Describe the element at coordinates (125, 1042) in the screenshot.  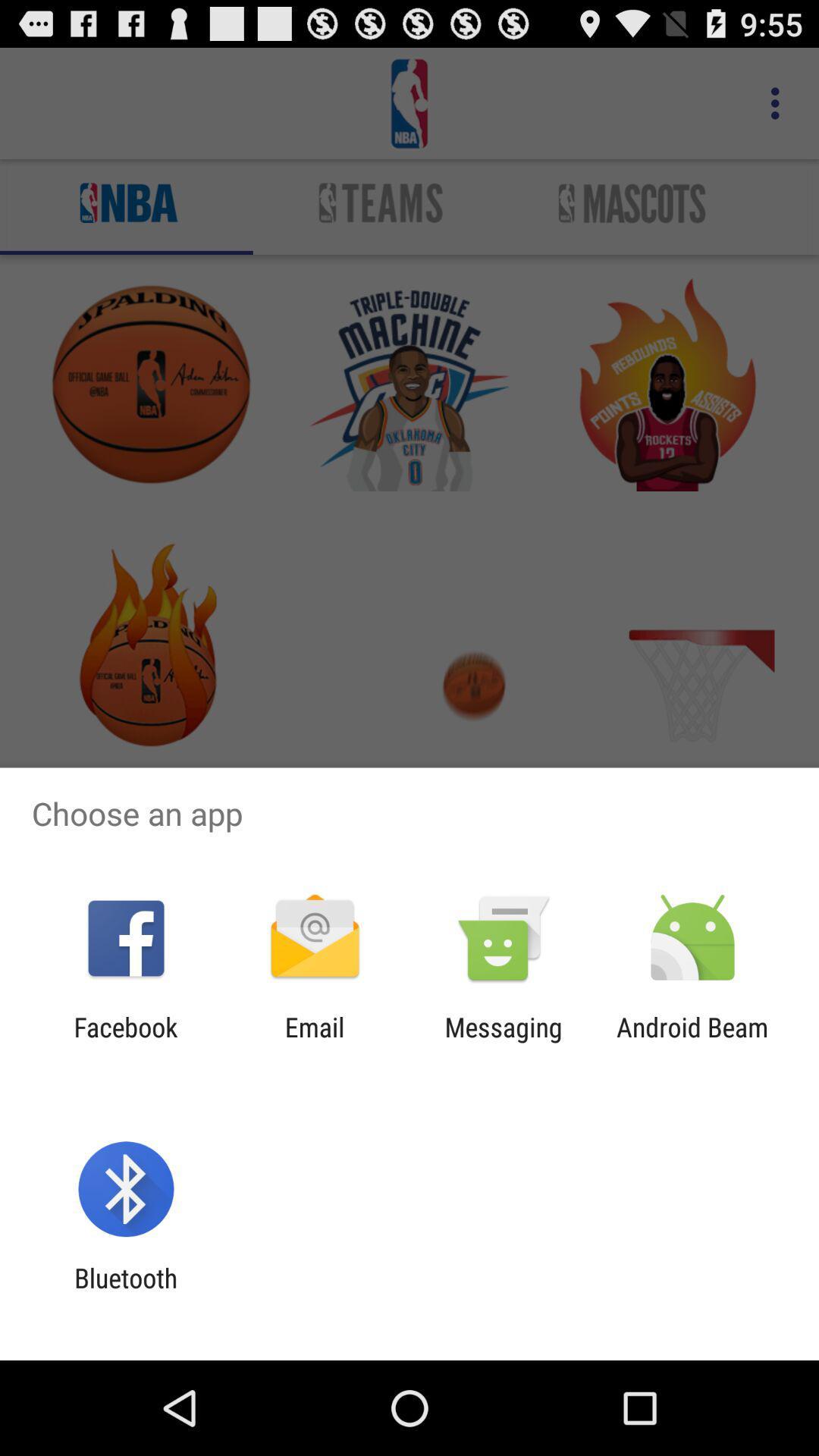
I see `facebook icon` at that location.